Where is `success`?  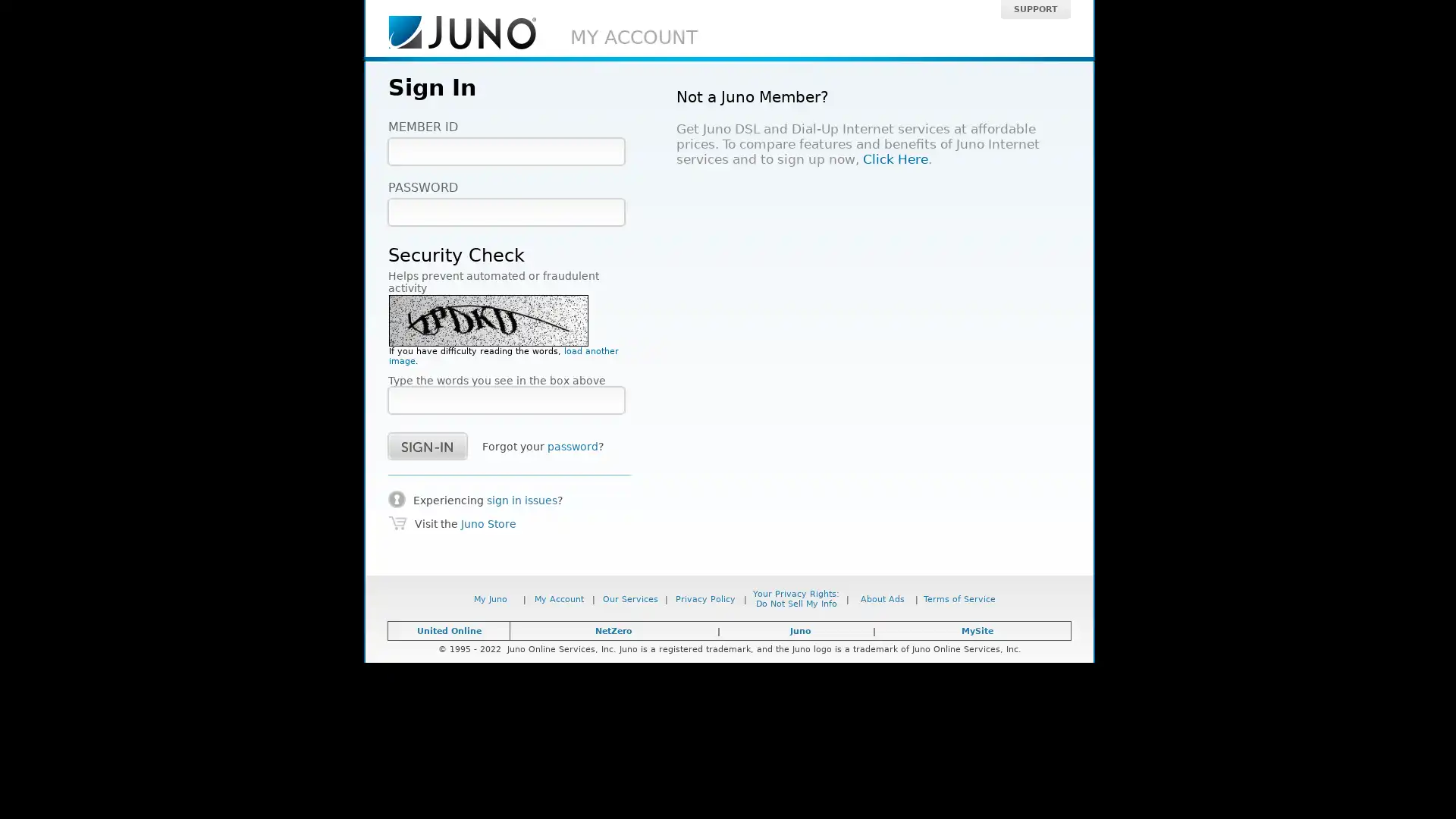 success is located at coordinates (427, 445).